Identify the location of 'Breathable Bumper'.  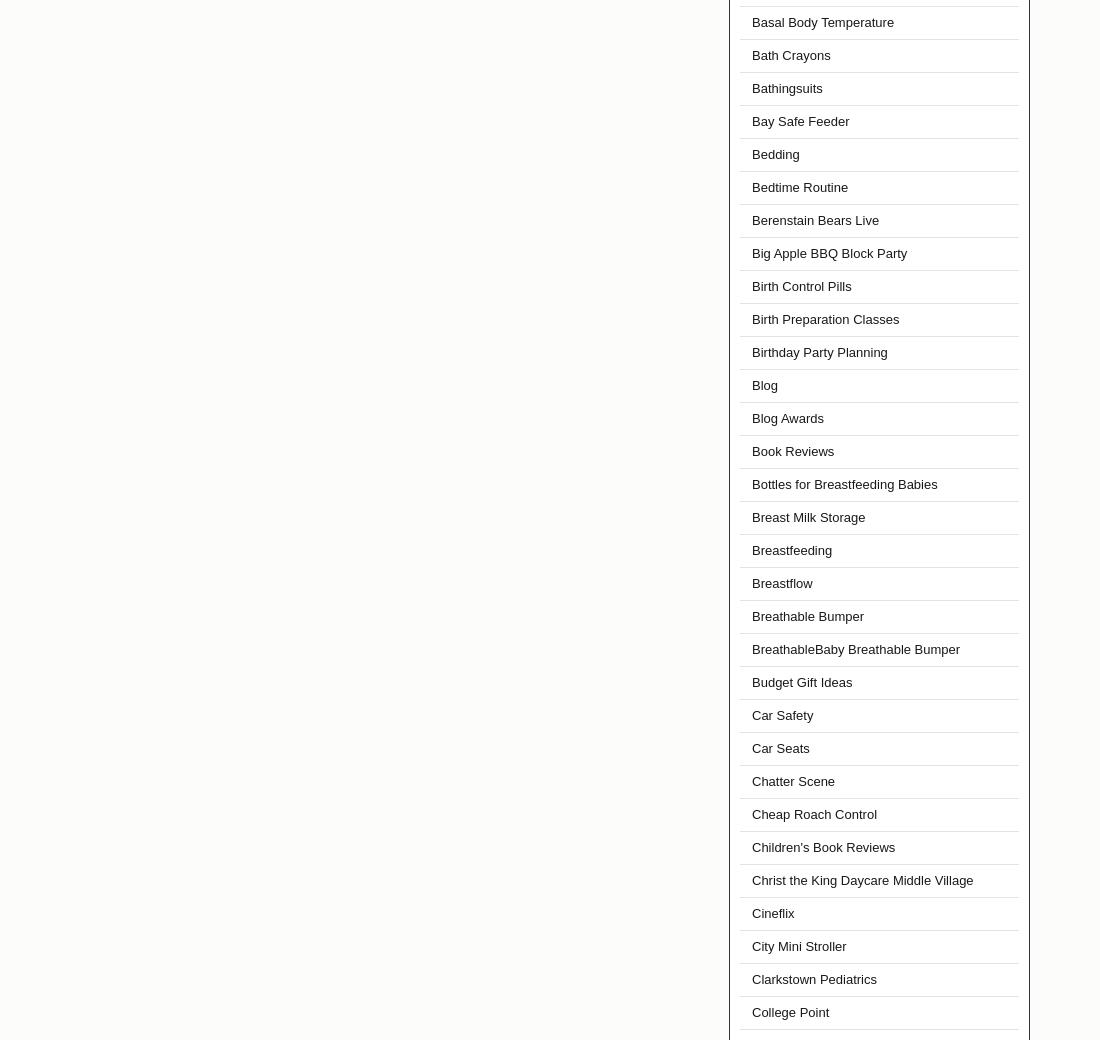
(807, 615).